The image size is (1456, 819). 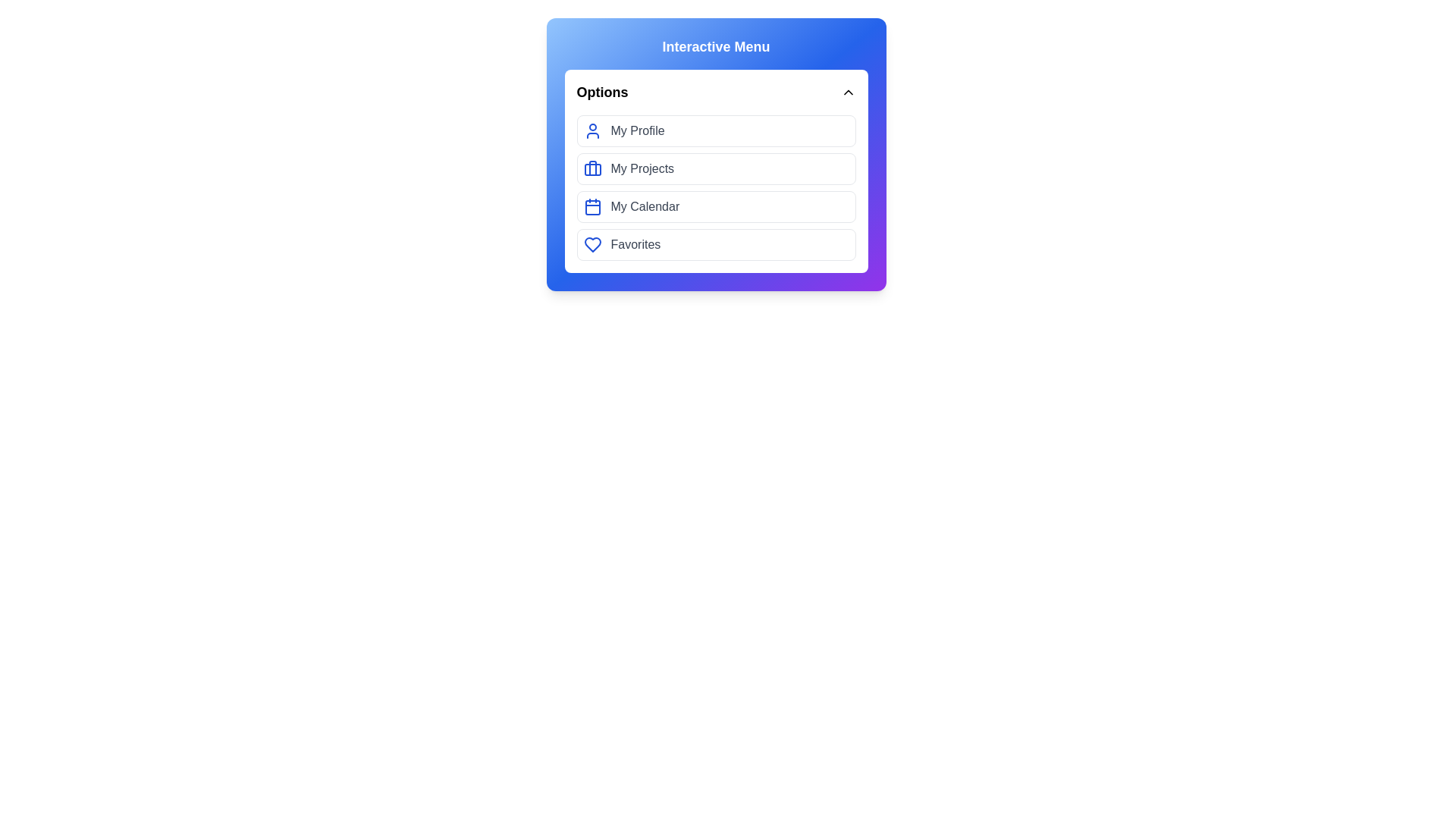 I want to click on the 'My Calendar' text label, which is a medium-weight gray font on a white background, located to the right of a calendar icon in a vertical list of menu items, so click(x=645, y=207).